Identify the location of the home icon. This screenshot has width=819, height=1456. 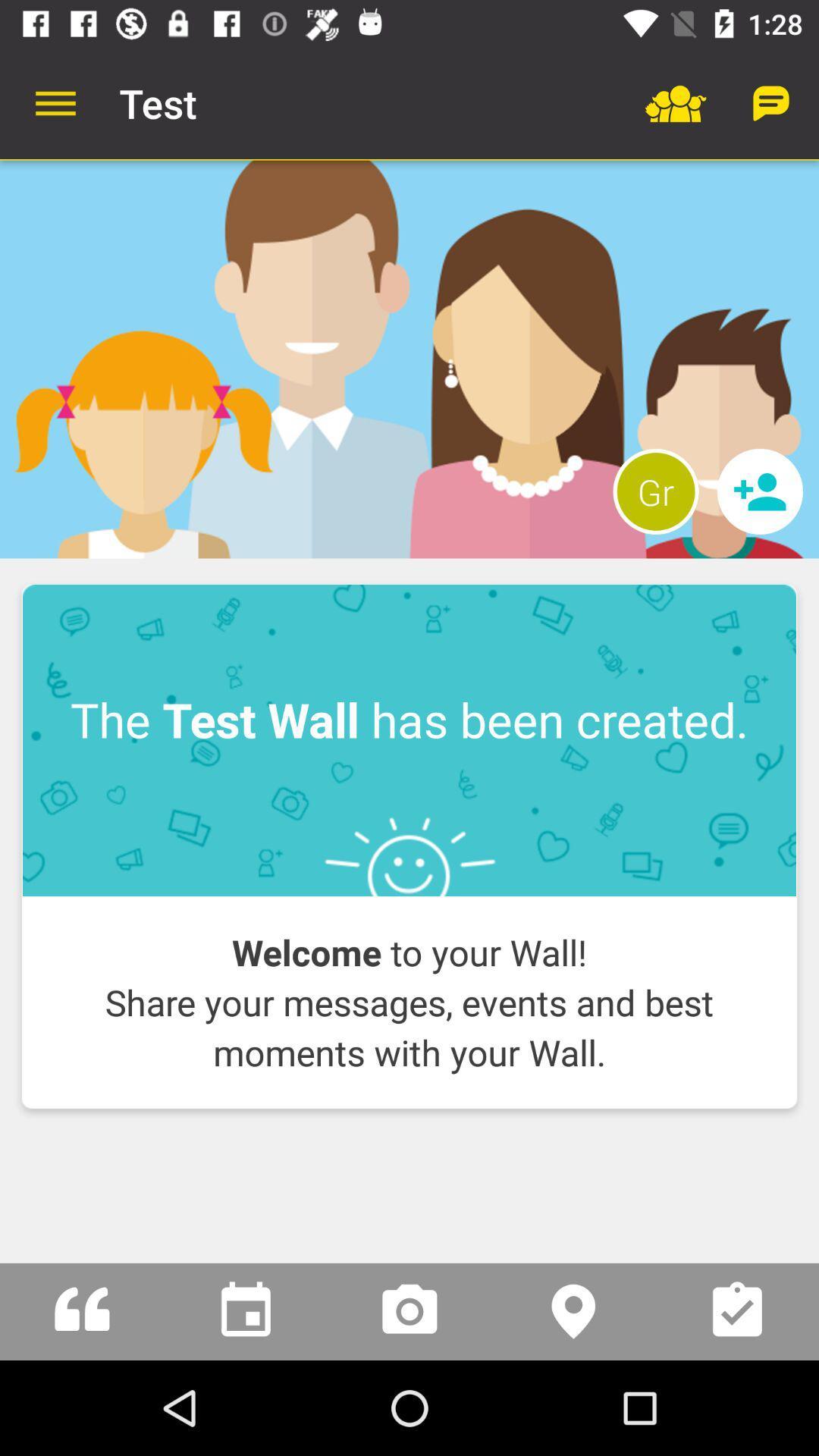
(82, 1310).